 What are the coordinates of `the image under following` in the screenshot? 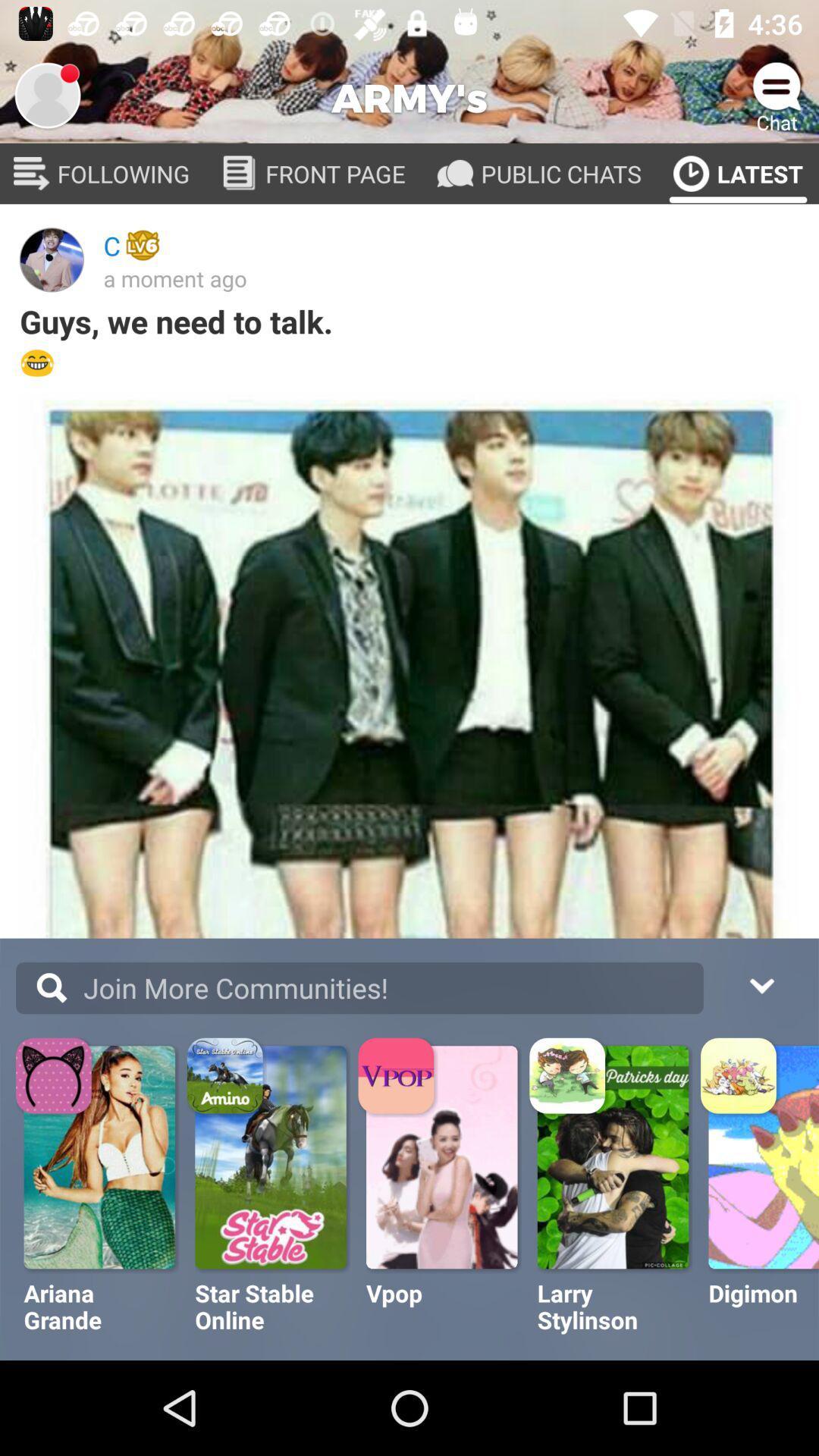 It's located at (51, 259).